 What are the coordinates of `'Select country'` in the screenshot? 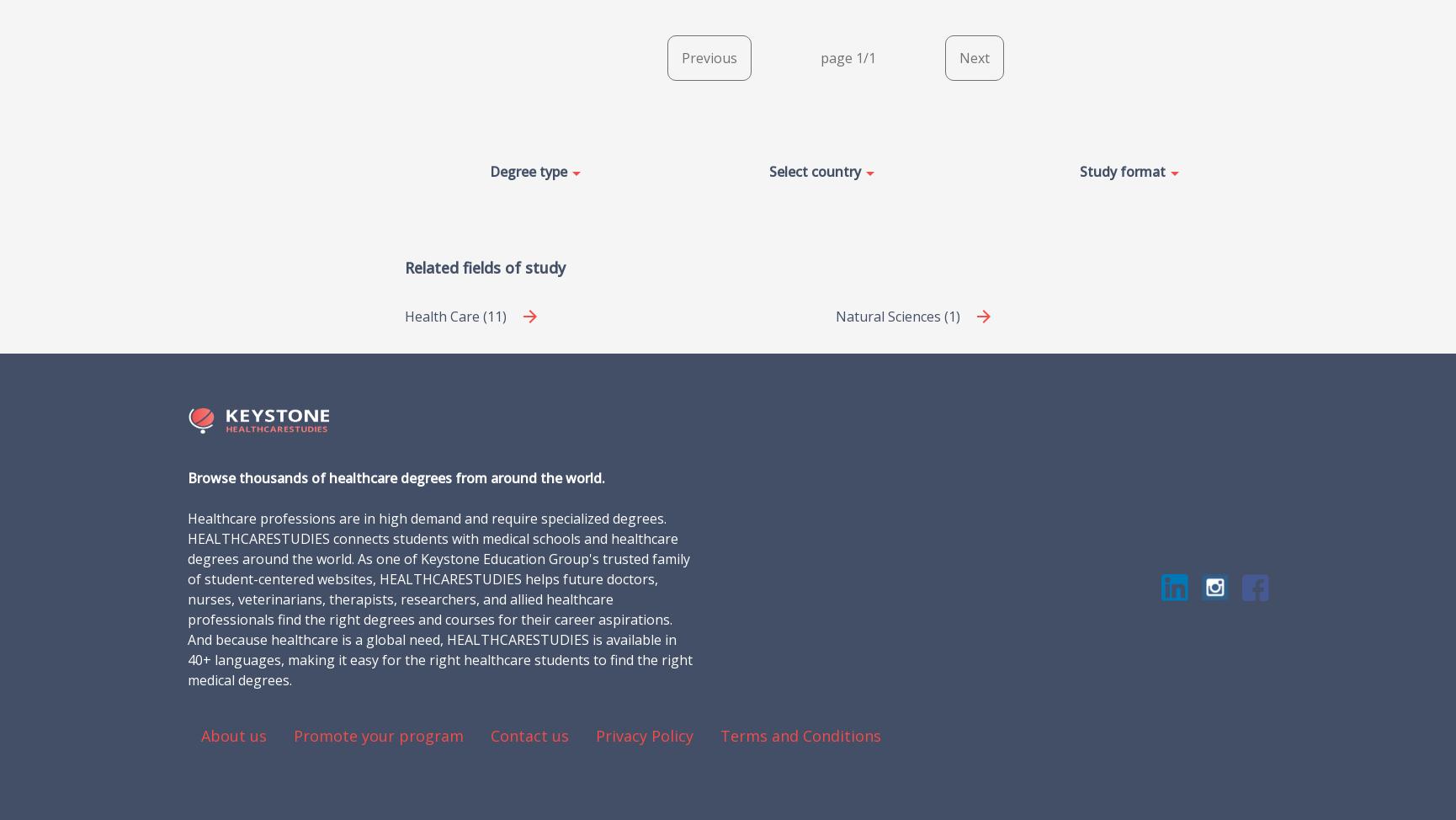 It's located at (815, 170).